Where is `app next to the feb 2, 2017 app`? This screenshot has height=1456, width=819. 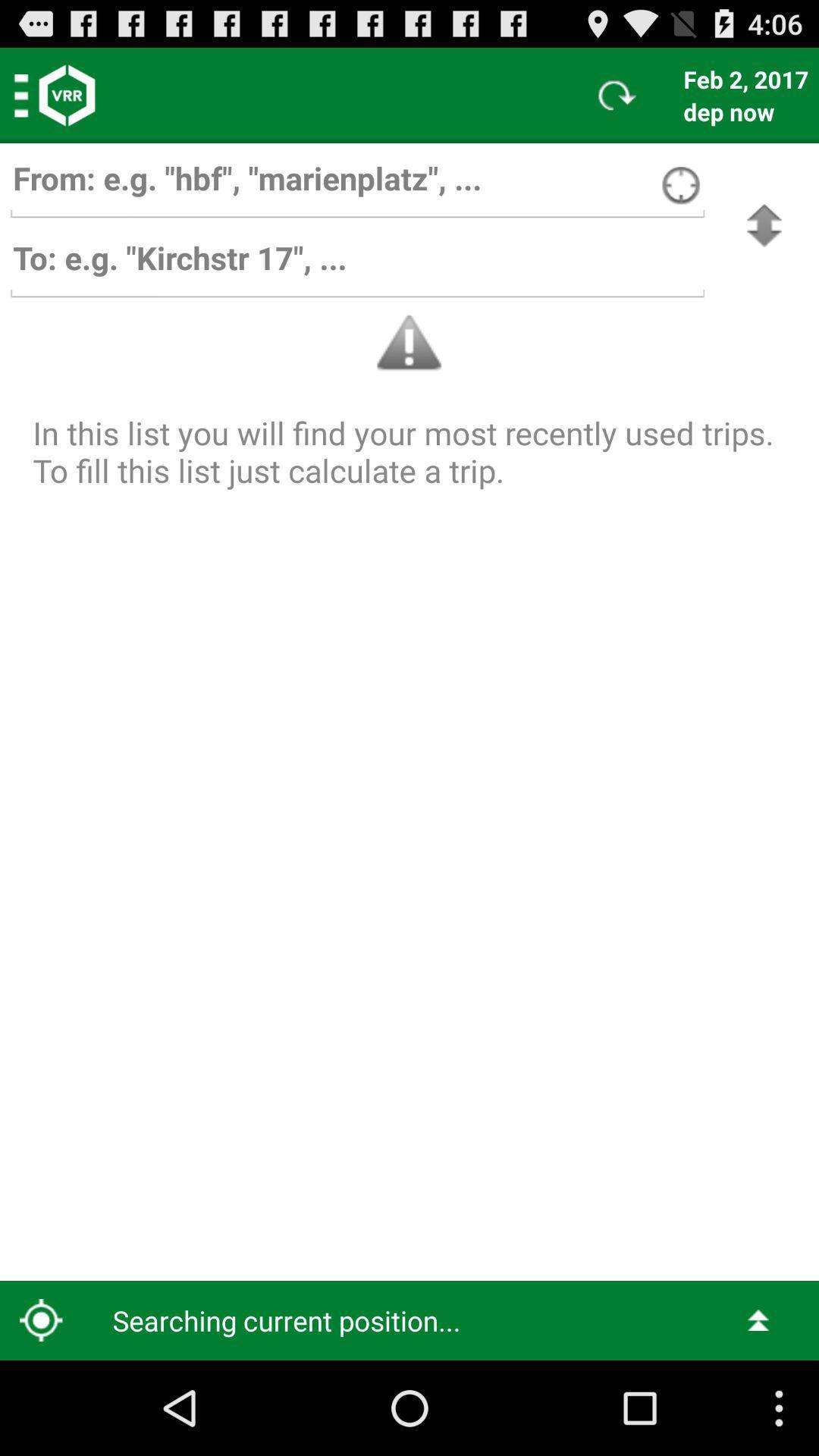
app next to the feb 2, 2017 app is located at coordinates (617, 94).